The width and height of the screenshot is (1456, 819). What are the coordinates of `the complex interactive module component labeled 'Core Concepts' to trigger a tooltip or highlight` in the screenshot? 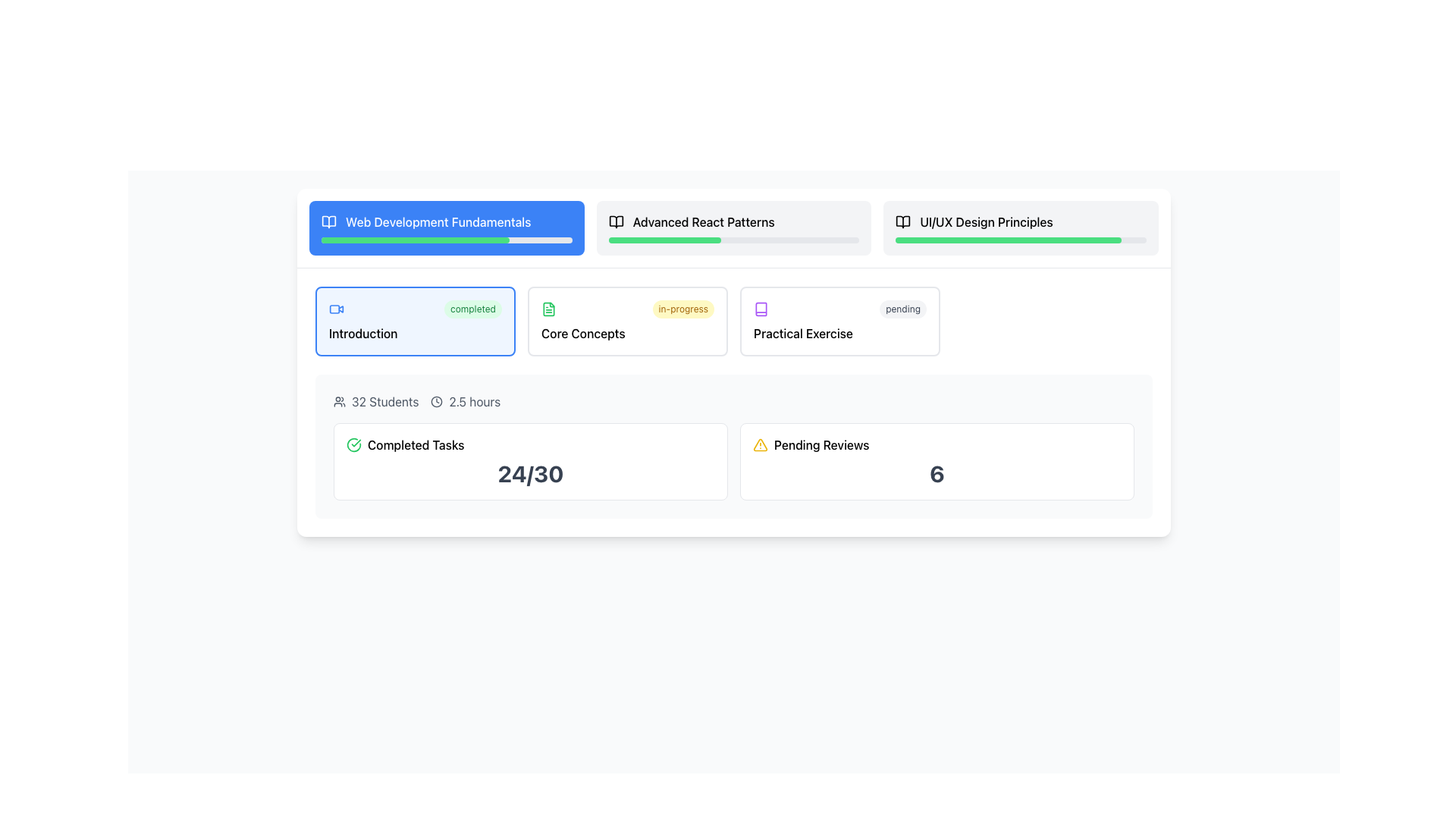 It's located at (628, 321).